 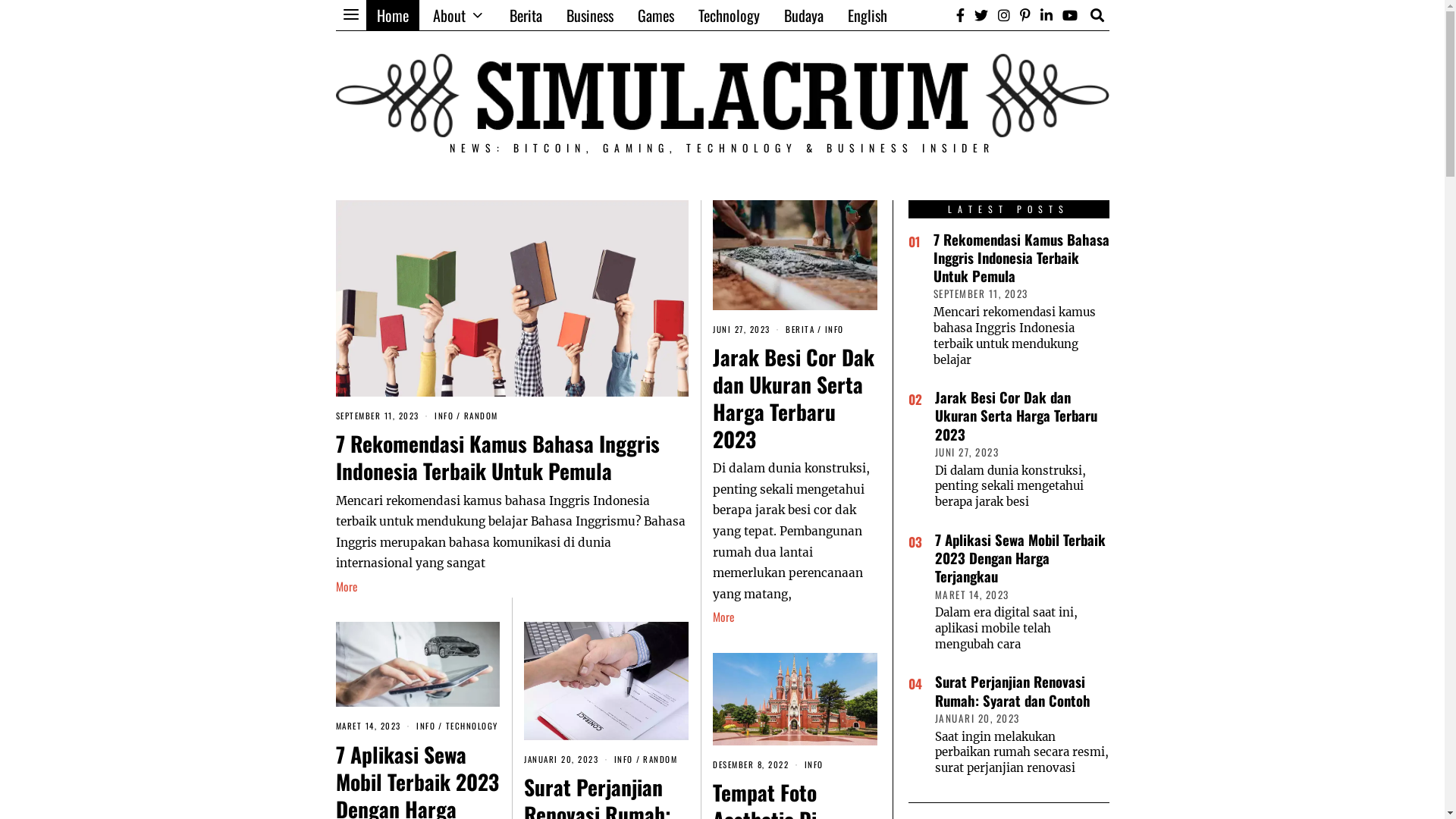 What do you see at coordinates (643, 759) in the screenshot?
I see `'RANDOM'` at bounding box center [643, 759].